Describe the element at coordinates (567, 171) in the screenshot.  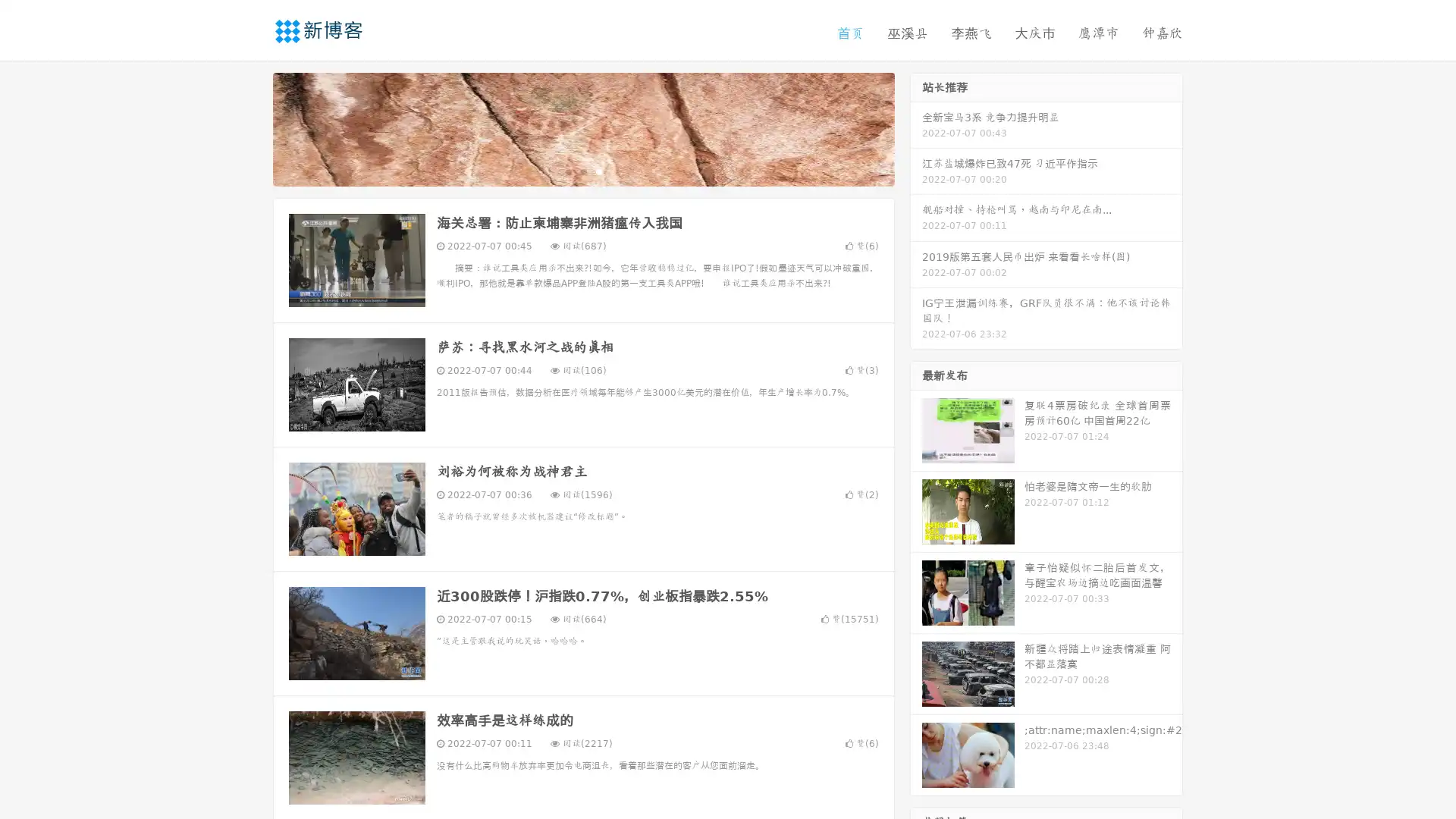
I see `Go to slide 1` at that location.